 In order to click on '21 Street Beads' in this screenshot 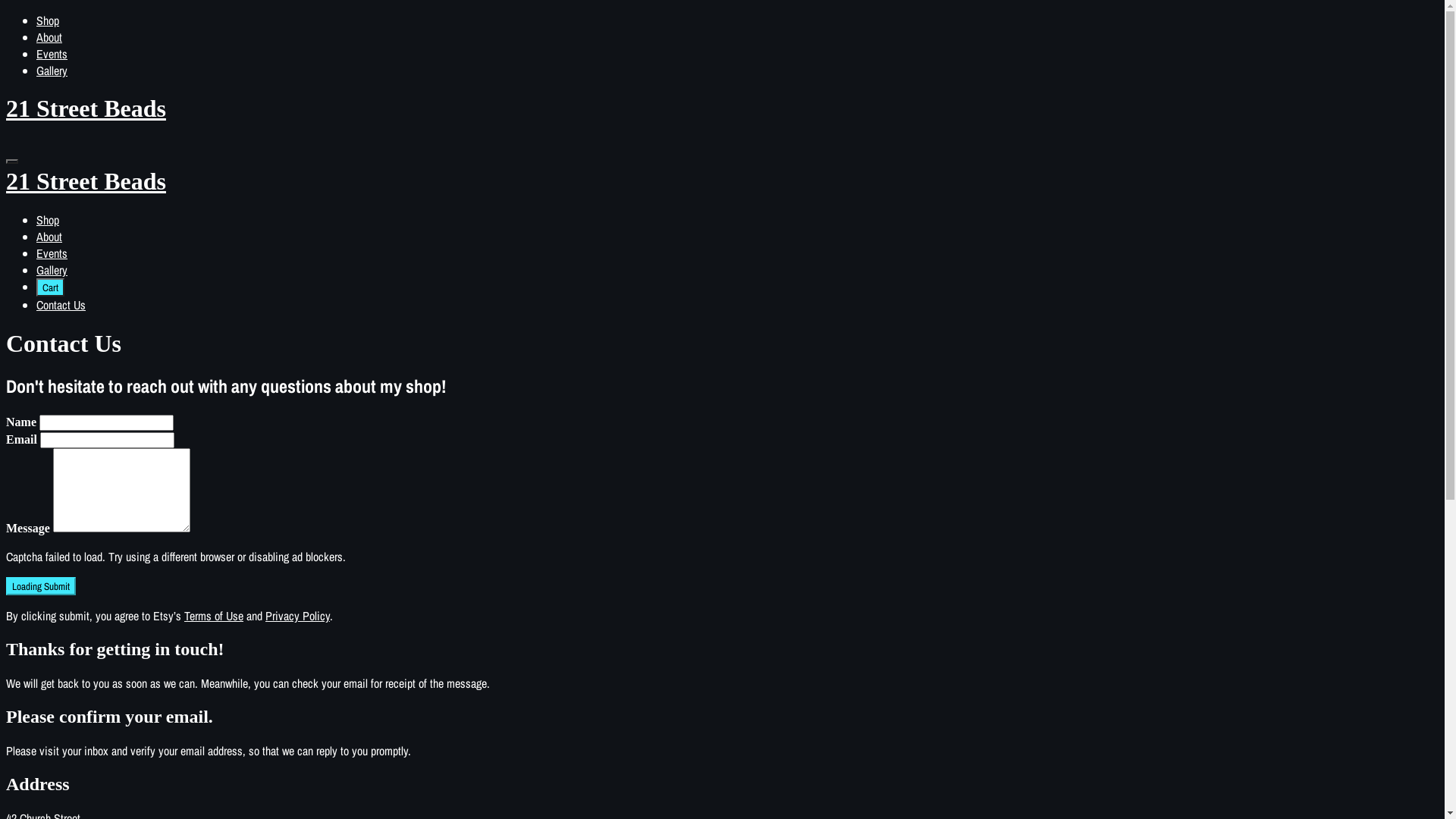, I will do `click(721, 195)`.